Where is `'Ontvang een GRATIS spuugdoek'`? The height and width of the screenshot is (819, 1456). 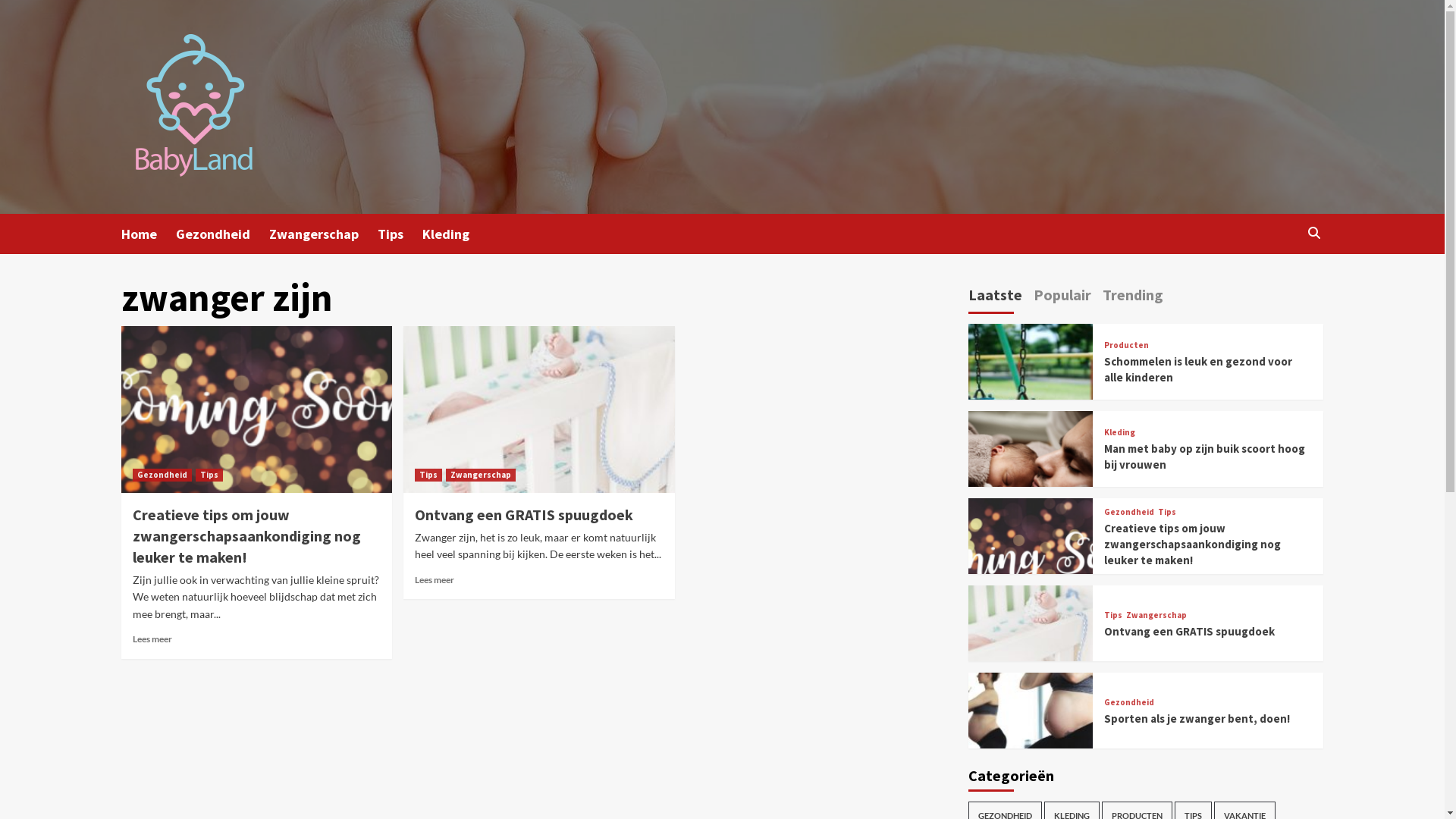
'Ontvang een GRATIS spuugdoek' is located at coordinates (524, 513).